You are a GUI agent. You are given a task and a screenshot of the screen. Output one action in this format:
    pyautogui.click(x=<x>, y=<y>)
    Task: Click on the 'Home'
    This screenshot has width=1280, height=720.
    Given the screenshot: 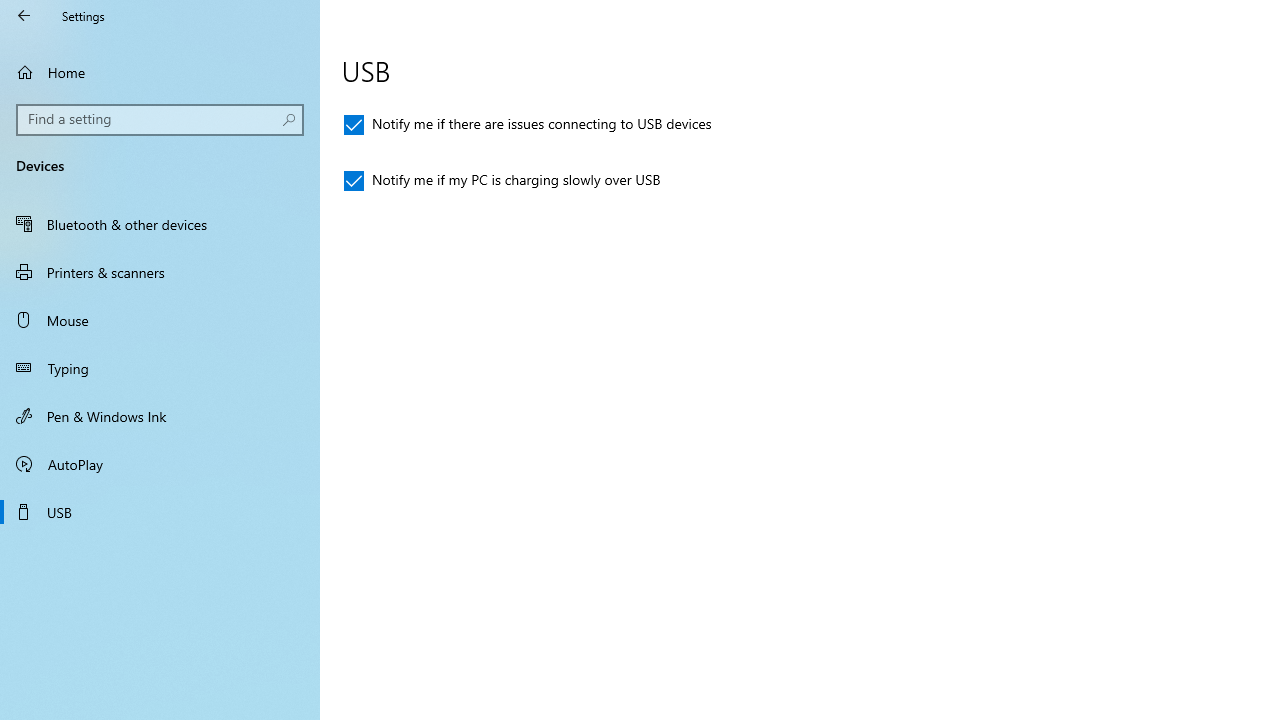 What is the action you would take?
    pyautogui.click(x=160, y=71)
    